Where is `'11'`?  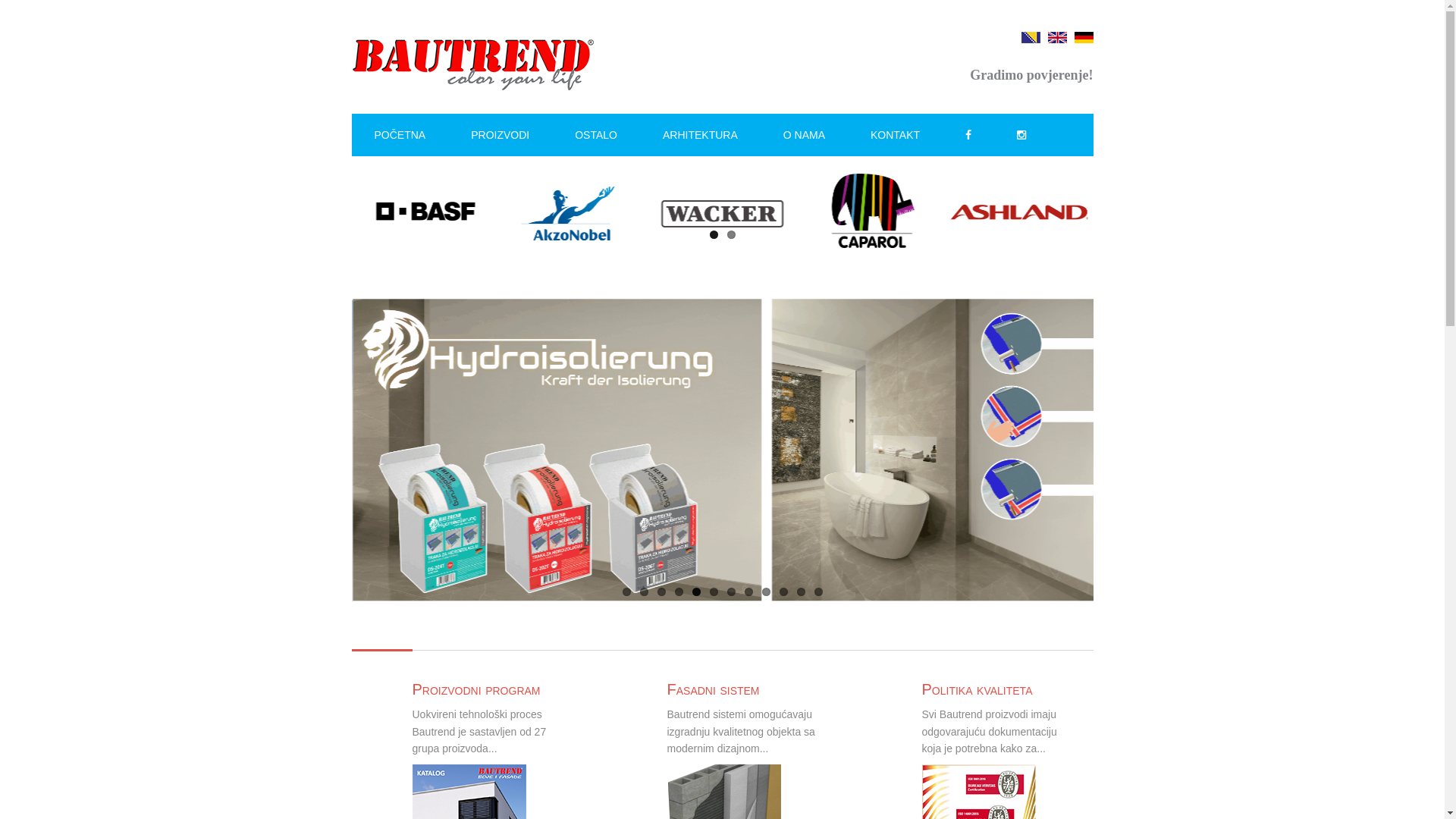 '11' is located at coordinates (799, 591).